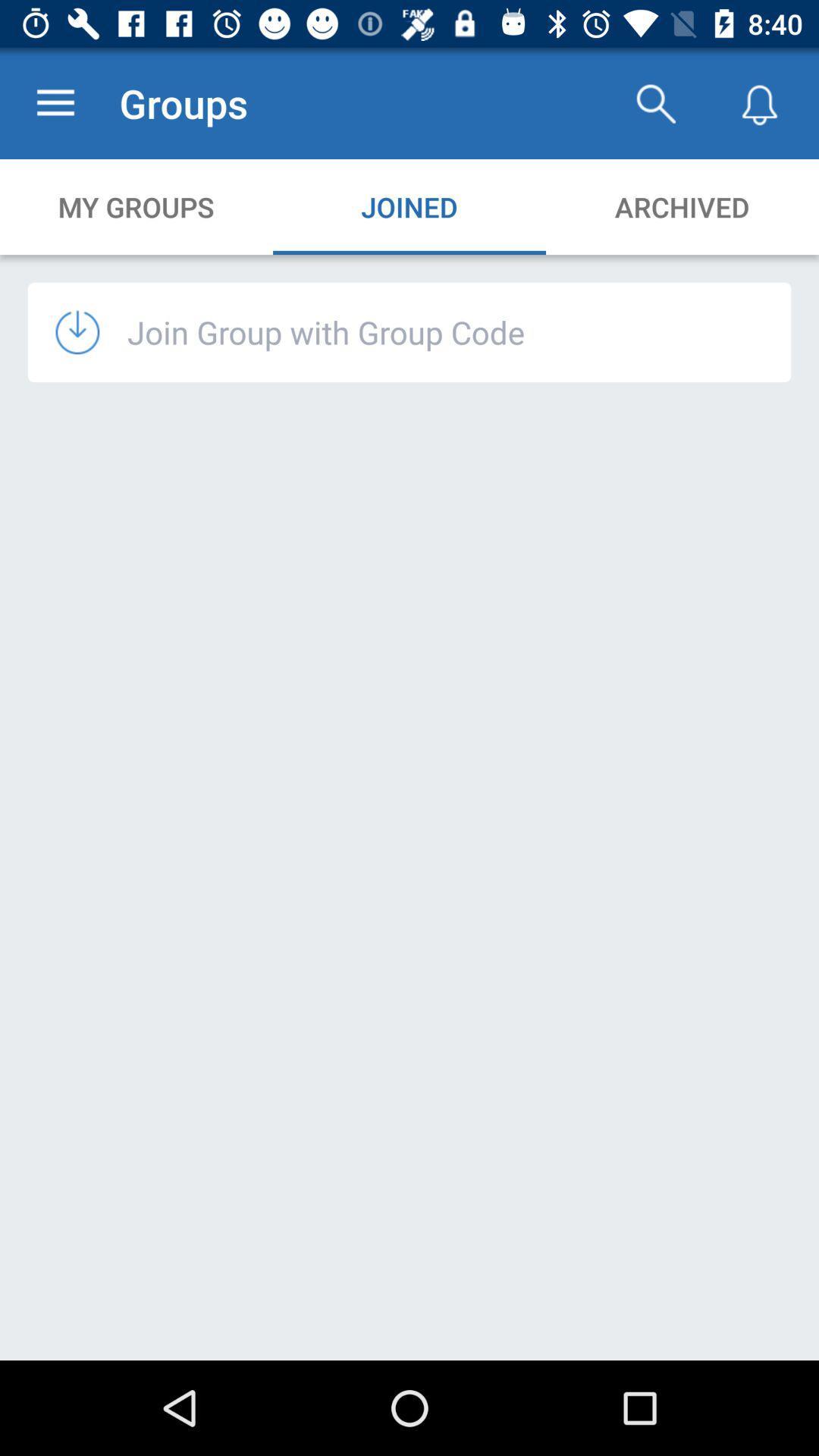  What do you see at coordinates (91, 331) in the screenshot?
I see `the icon to the left of join group with icon` at bounding box center [91, 331].